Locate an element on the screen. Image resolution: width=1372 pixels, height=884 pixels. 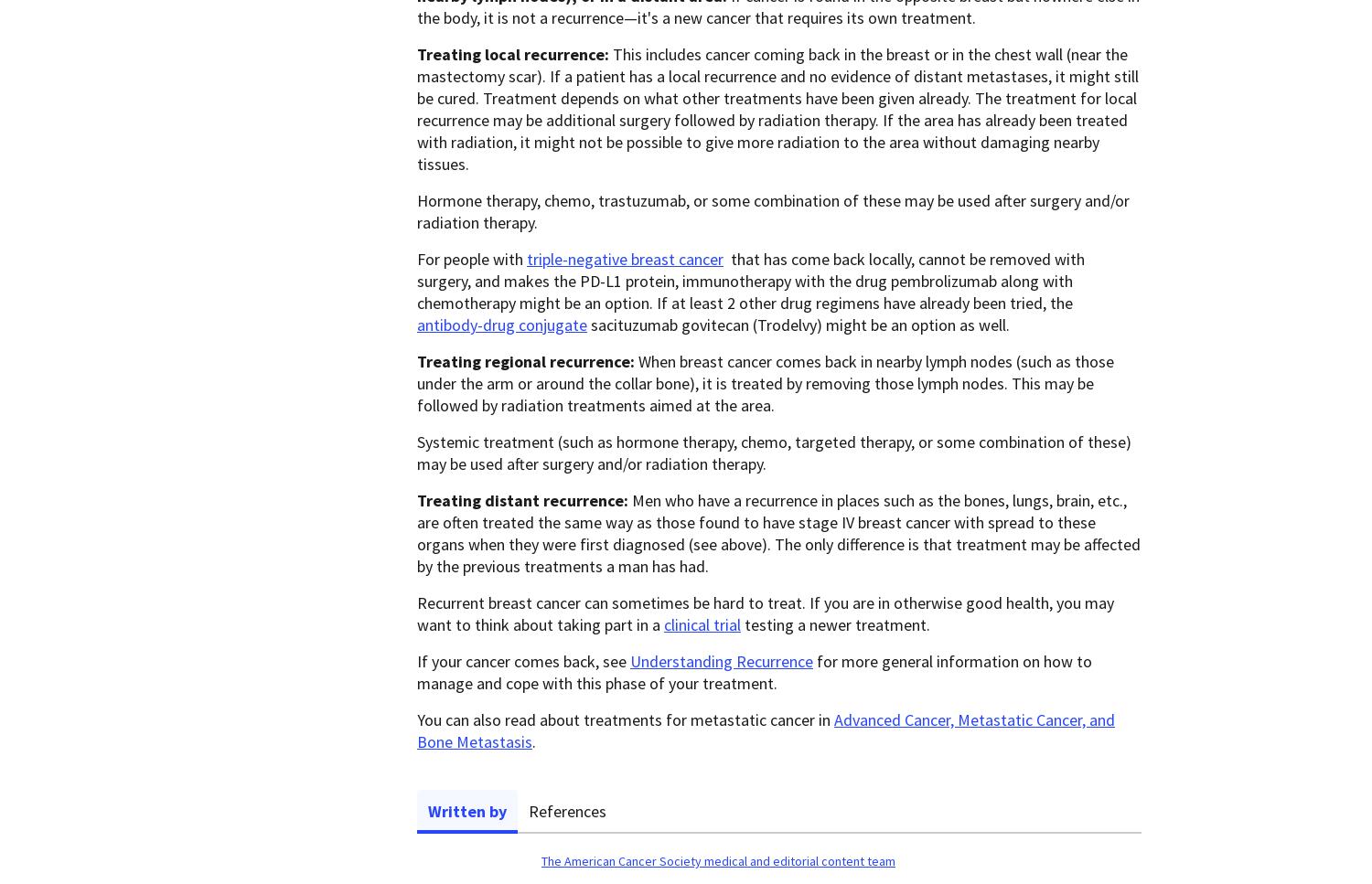
'Written by' is located at coordinates (467, 810).